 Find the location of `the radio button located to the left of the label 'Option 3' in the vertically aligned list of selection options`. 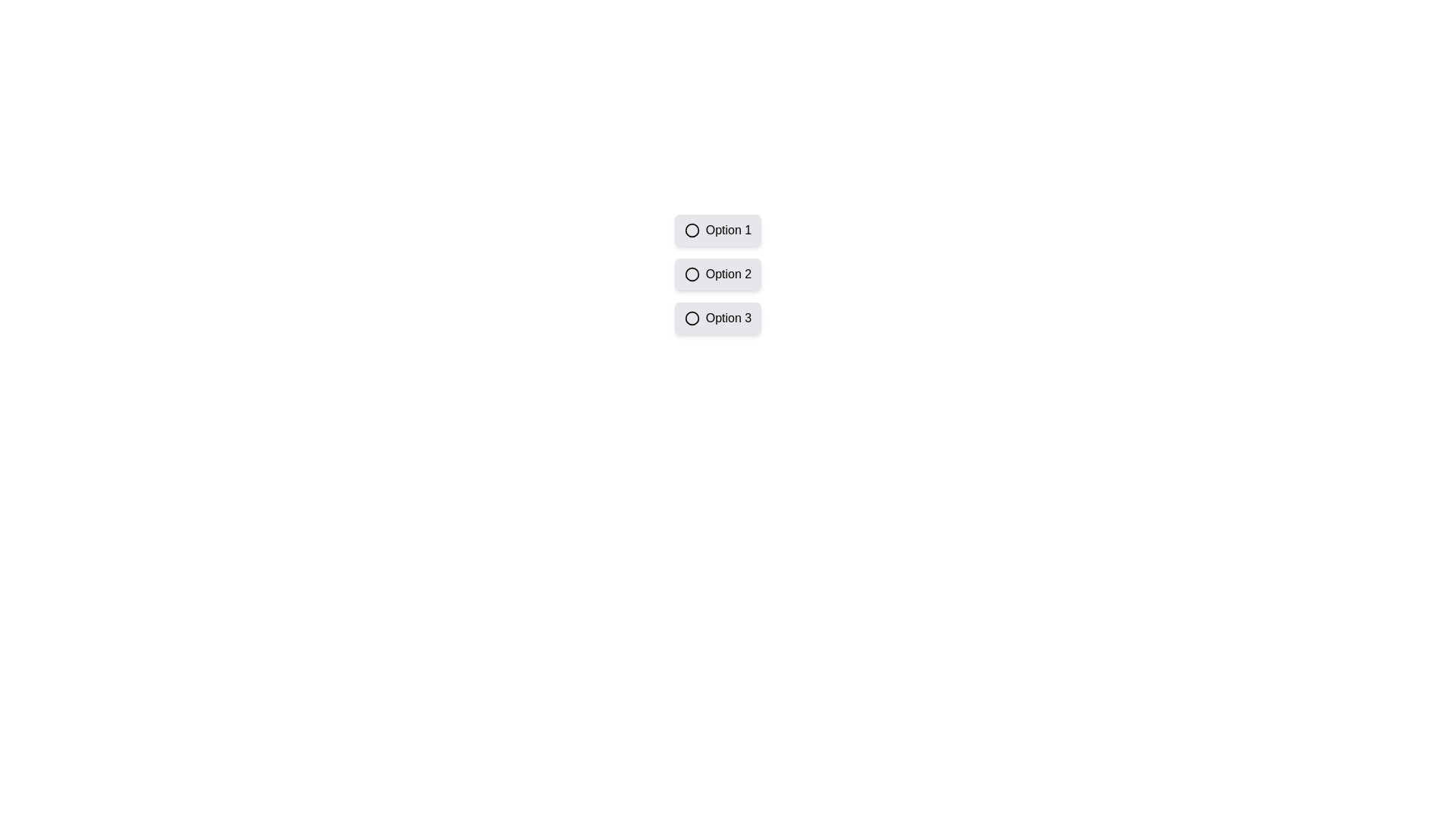

the radio button located to the left of the label 'Option 3' in the vertically aligned list of selection options is located at coordinates (691, 318).